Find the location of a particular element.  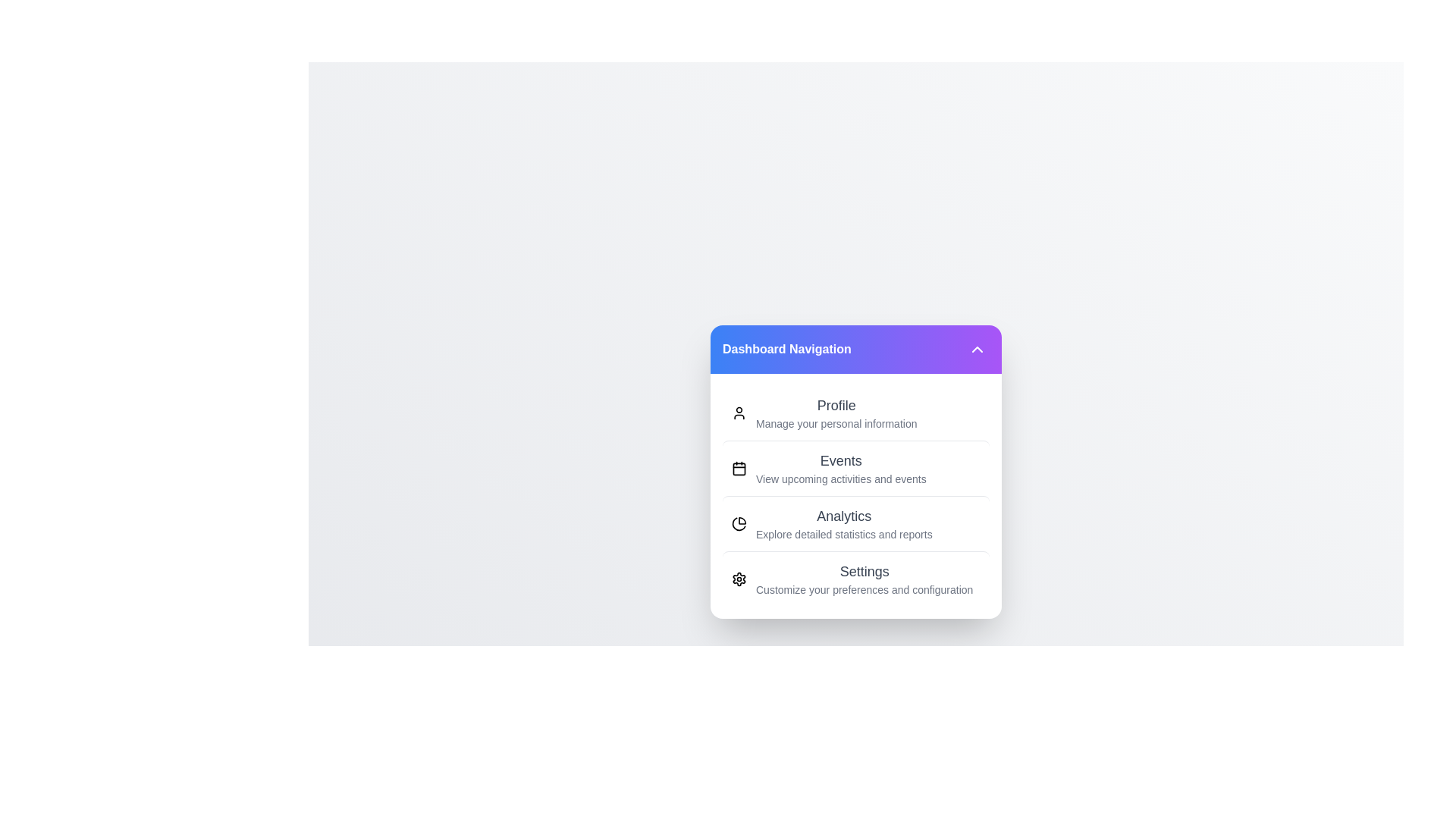

the menu option Events is located at coordinates (855, 467).